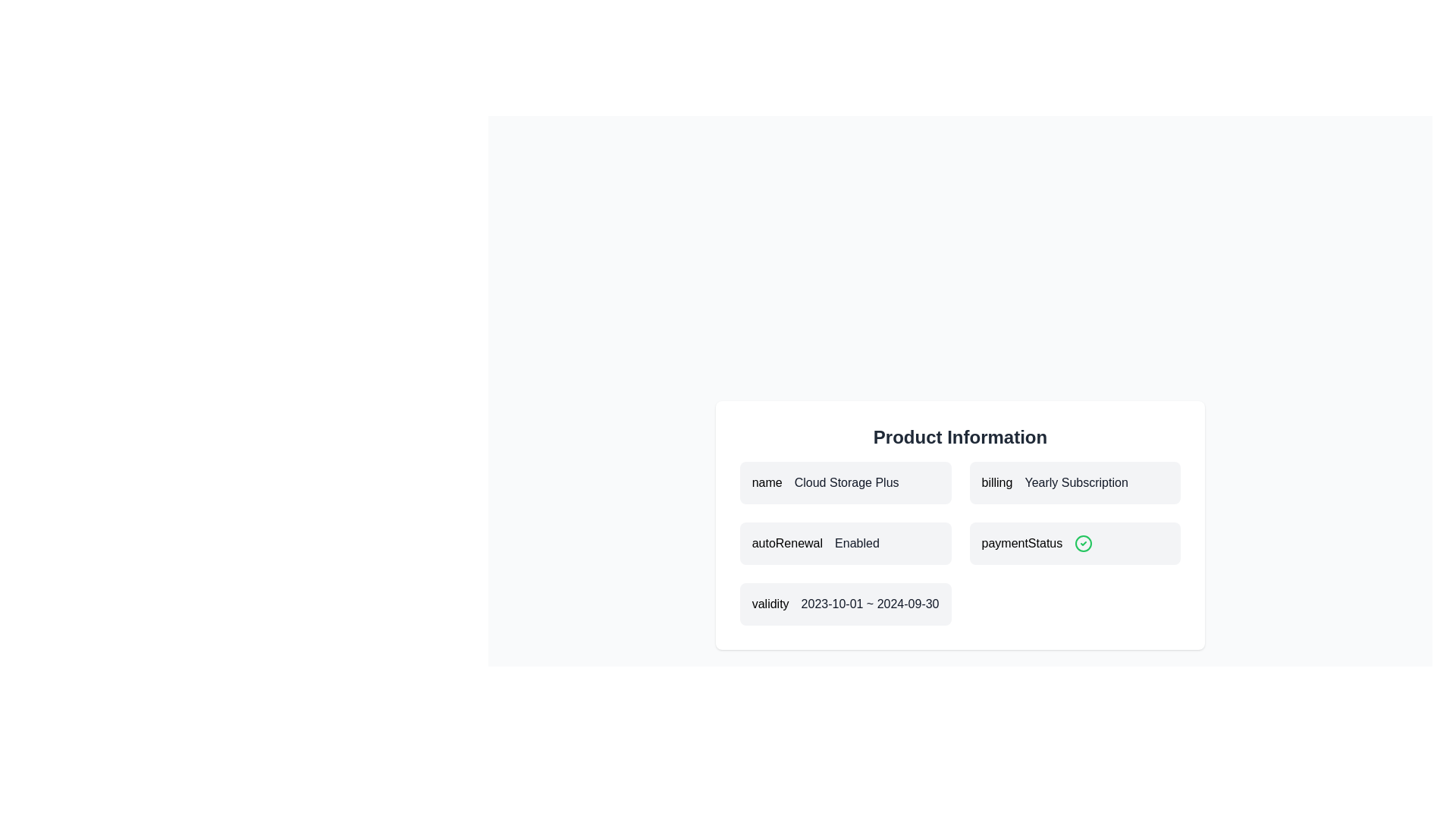 Image resolution: width=1456 pixels, height=819 pixels. Describe the element at coordinates (1083, 543) in the screenshot. I see `the Status indicator icon (SVG) that signifies a positive payment status, located to the right of the 'paymentStatus' label in the bottom-right corner of the 'Product Information' section` at that location.